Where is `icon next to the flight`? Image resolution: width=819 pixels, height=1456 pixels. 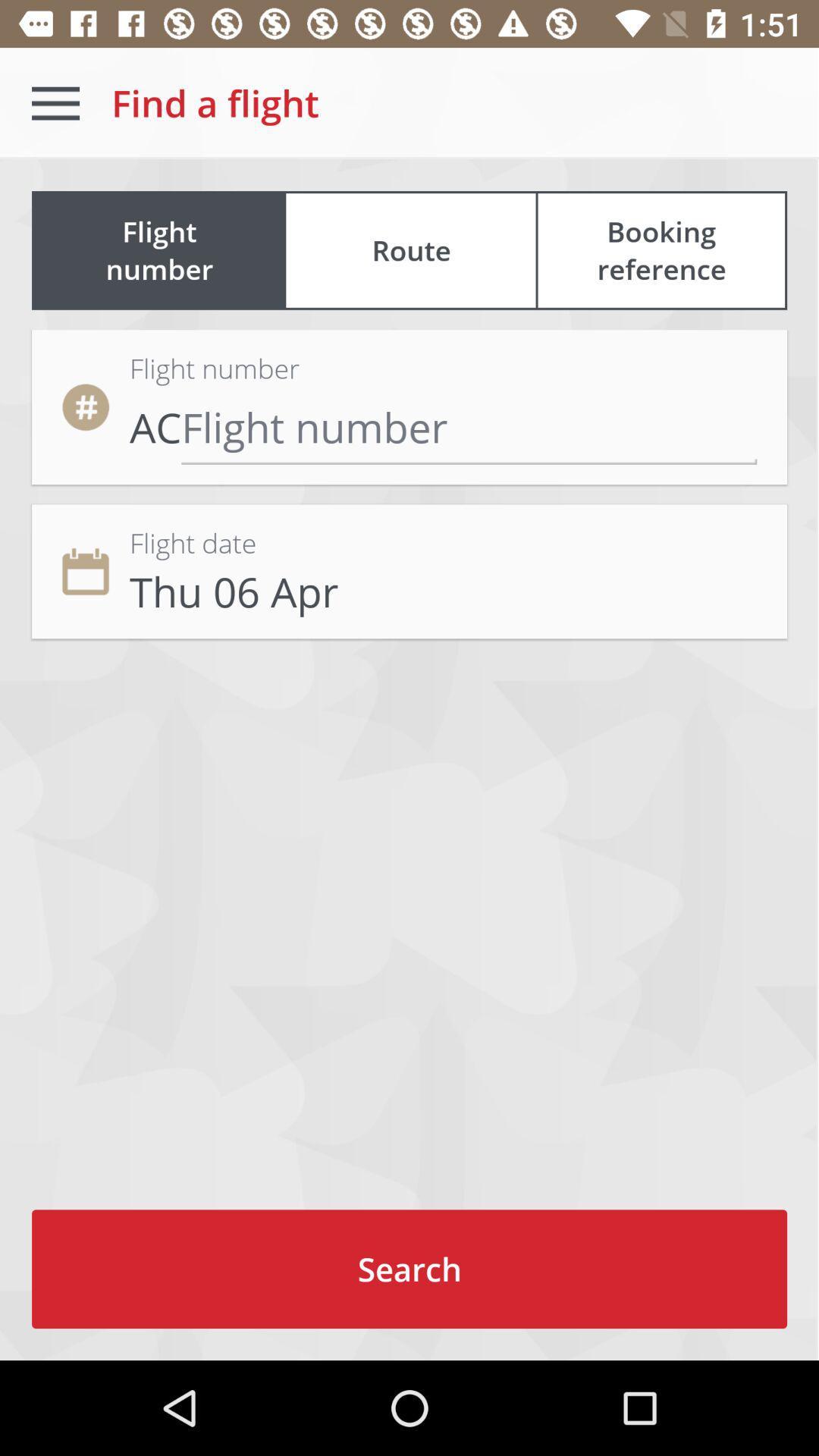
icon next to the flight is located at coordinates (661, 250).